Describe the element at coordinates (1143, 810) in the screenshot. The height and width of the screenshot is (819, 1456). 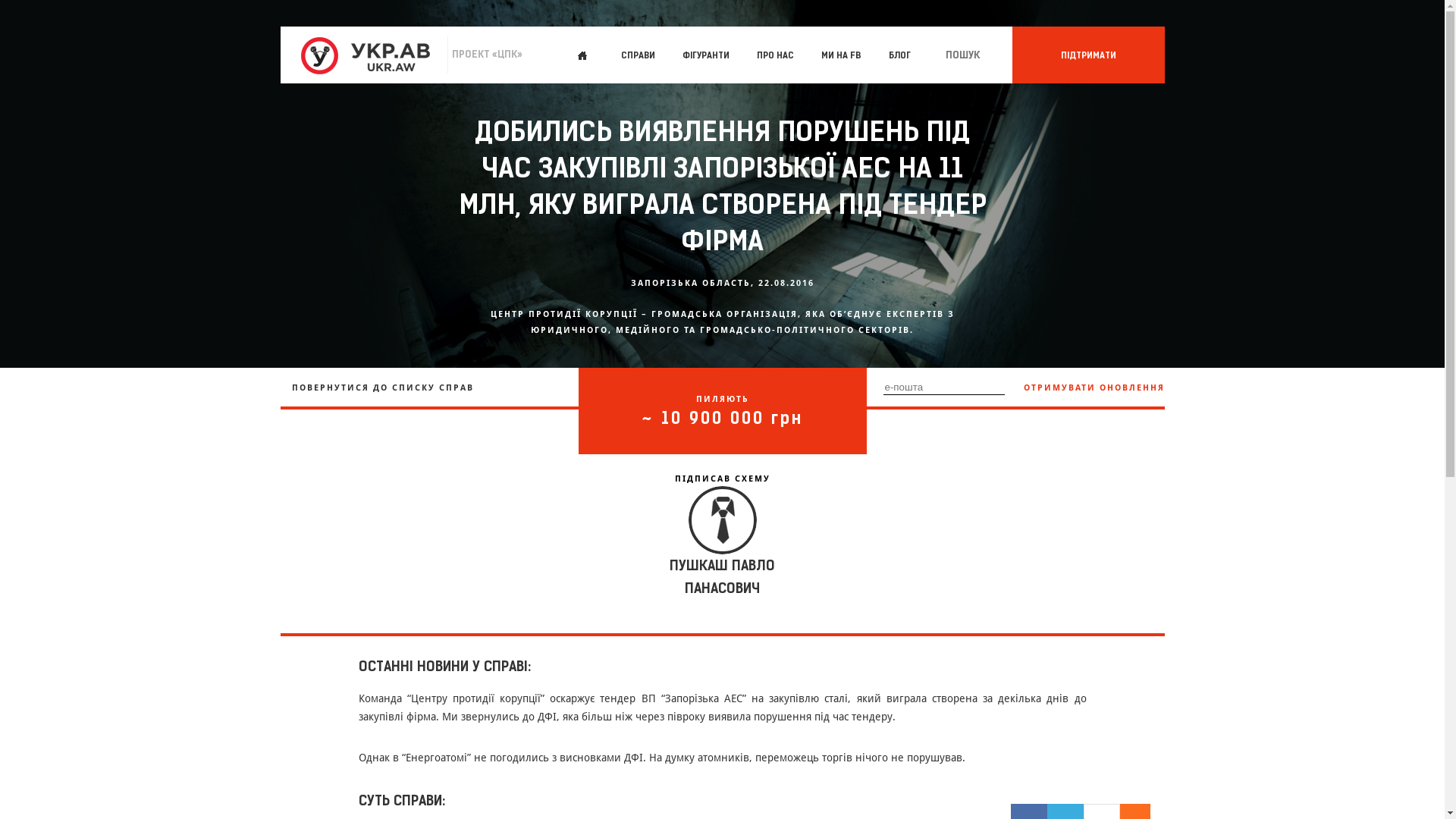
I see `'Hide'` at that location.